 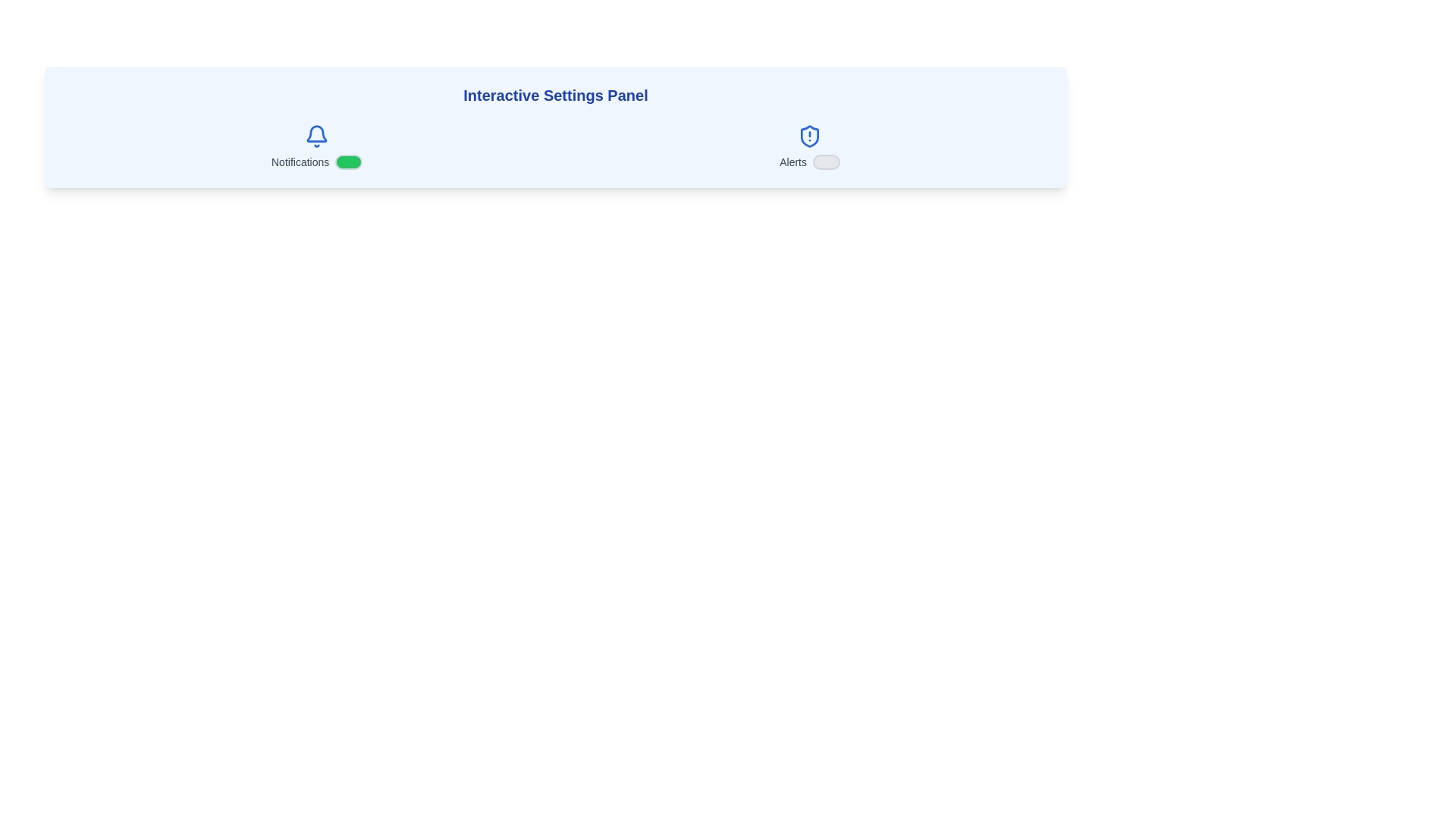 What do you see at coordinates (315, 136) in the screenshot?
I see `the bell icon to toggle notifications` at bounding box center [315, 136].